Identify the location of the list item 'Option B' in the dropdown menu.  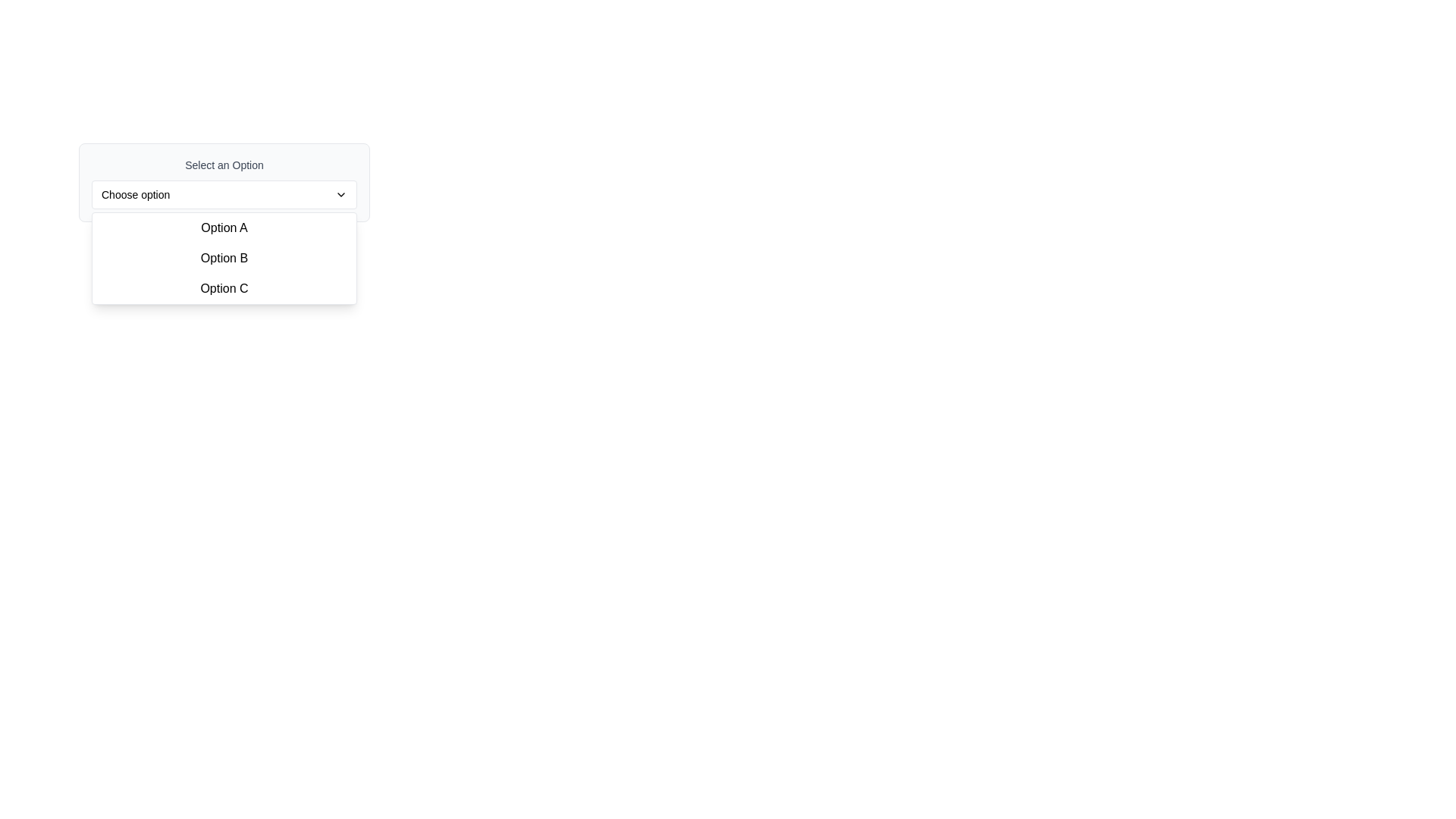
(224, 257).